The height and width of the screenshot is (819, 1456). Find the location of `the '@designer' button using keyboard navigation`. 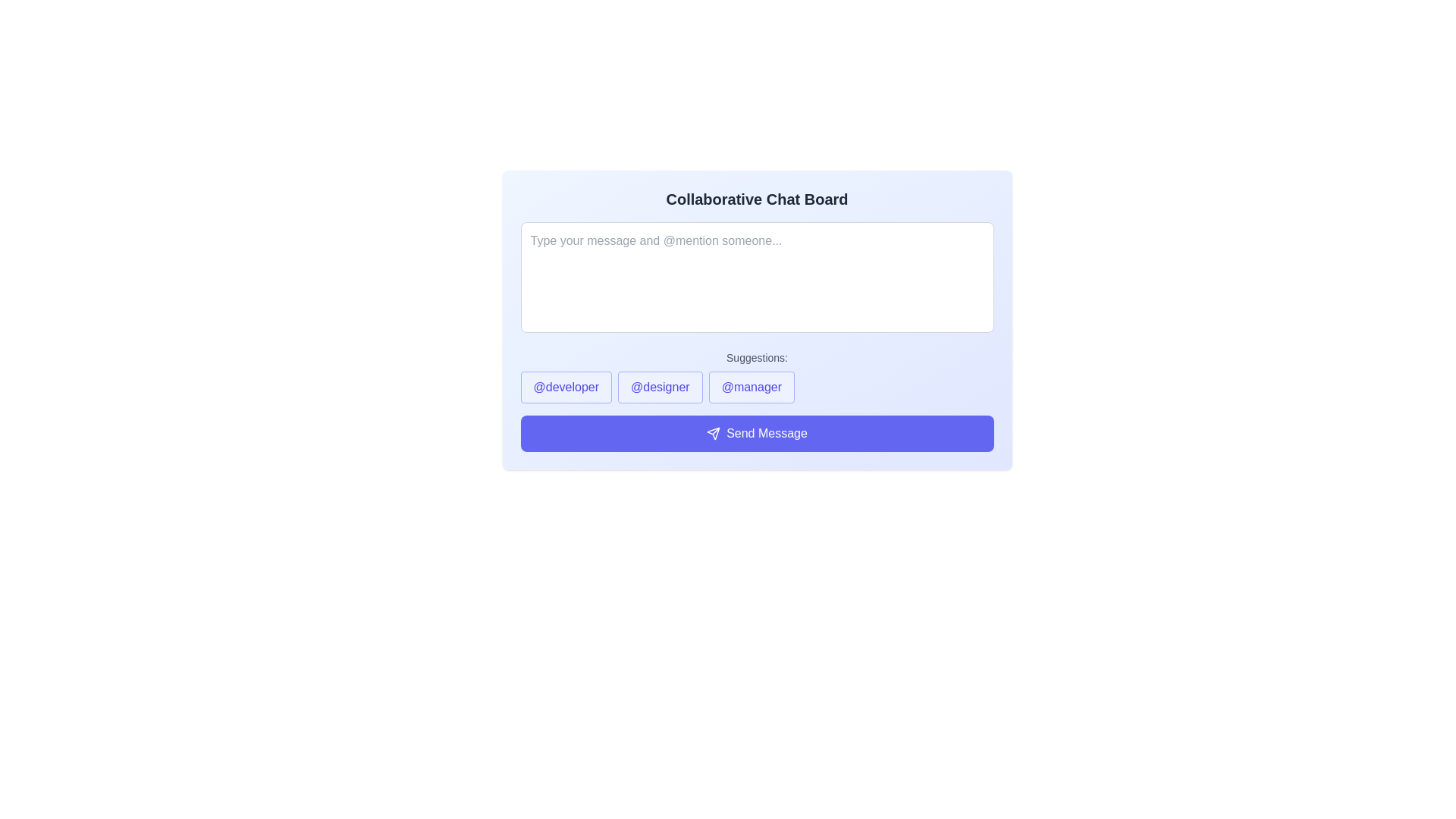

the '@designer' button using keyboard navigation is located at coordinates (660, 386).